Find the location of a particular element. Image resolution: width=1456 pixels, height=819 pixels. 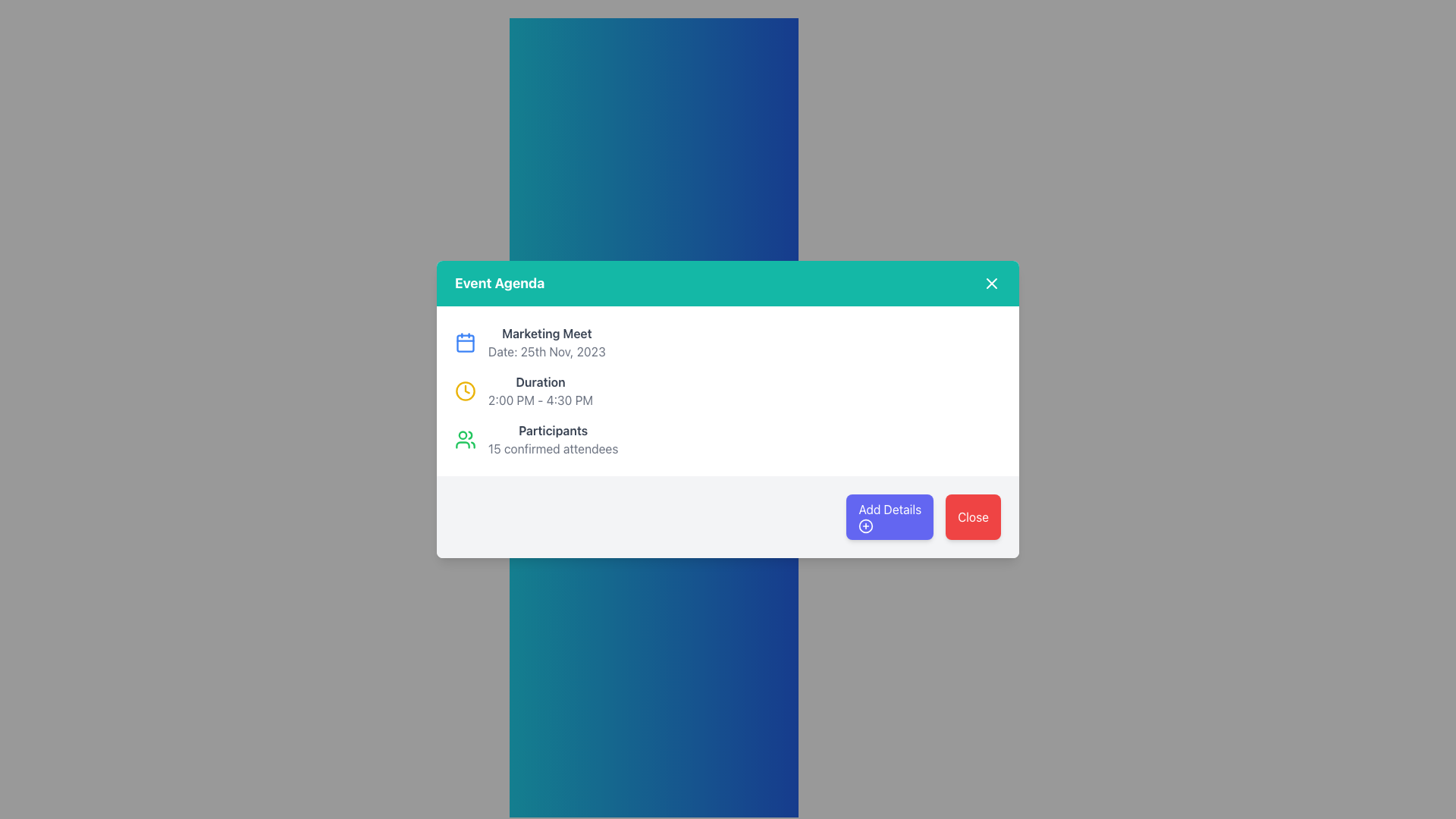

the icon indicating the participants section, which is located in the third row next to the text 'Participants' is located at coordinates (465, 439).